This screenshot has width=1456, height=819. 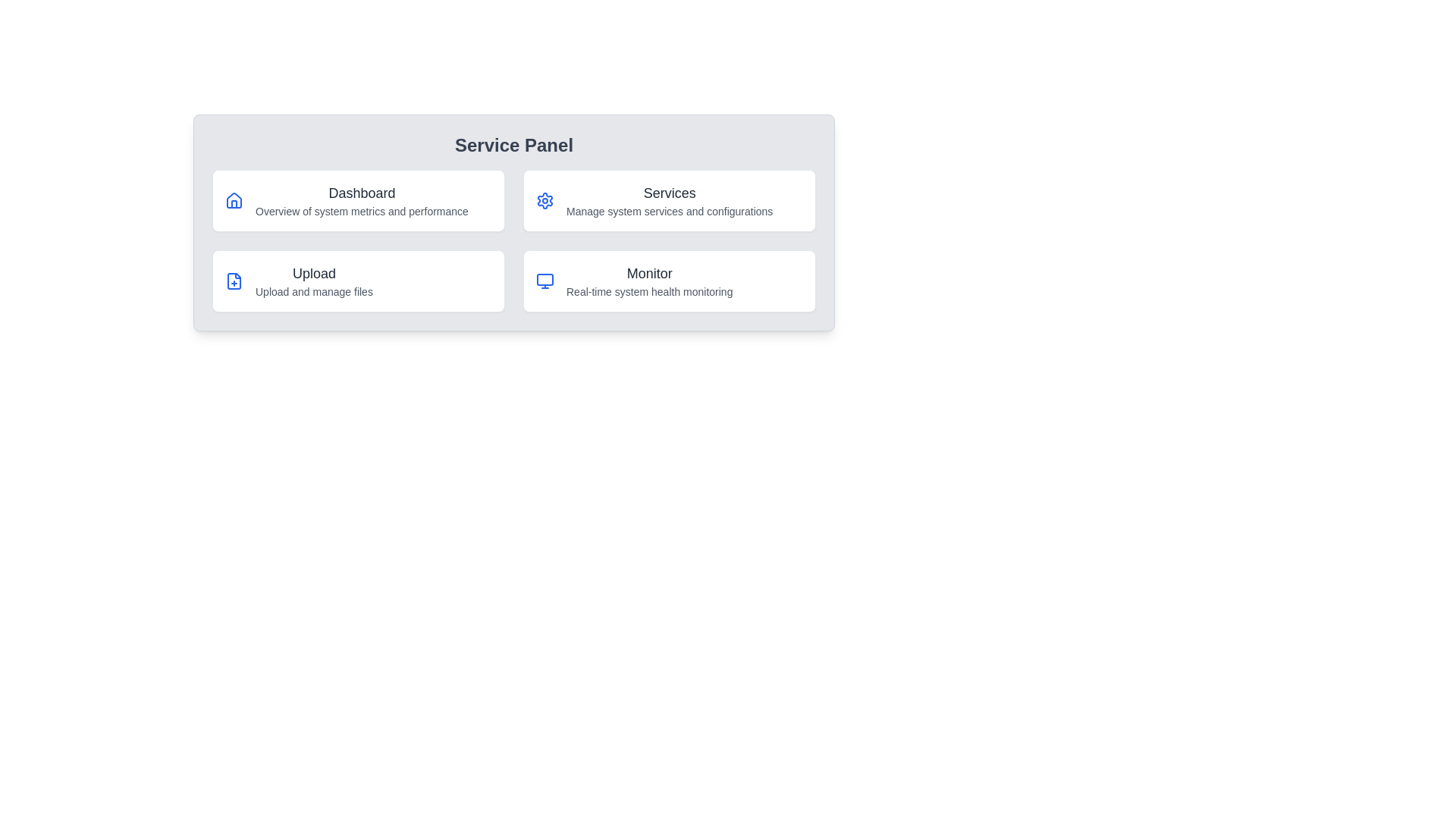 I want to click on the Text Label that serves as a title for the card indicating file upload operations, located in the upper half of the card above the text 'Upload and manage files', so click(x=313, y=274).